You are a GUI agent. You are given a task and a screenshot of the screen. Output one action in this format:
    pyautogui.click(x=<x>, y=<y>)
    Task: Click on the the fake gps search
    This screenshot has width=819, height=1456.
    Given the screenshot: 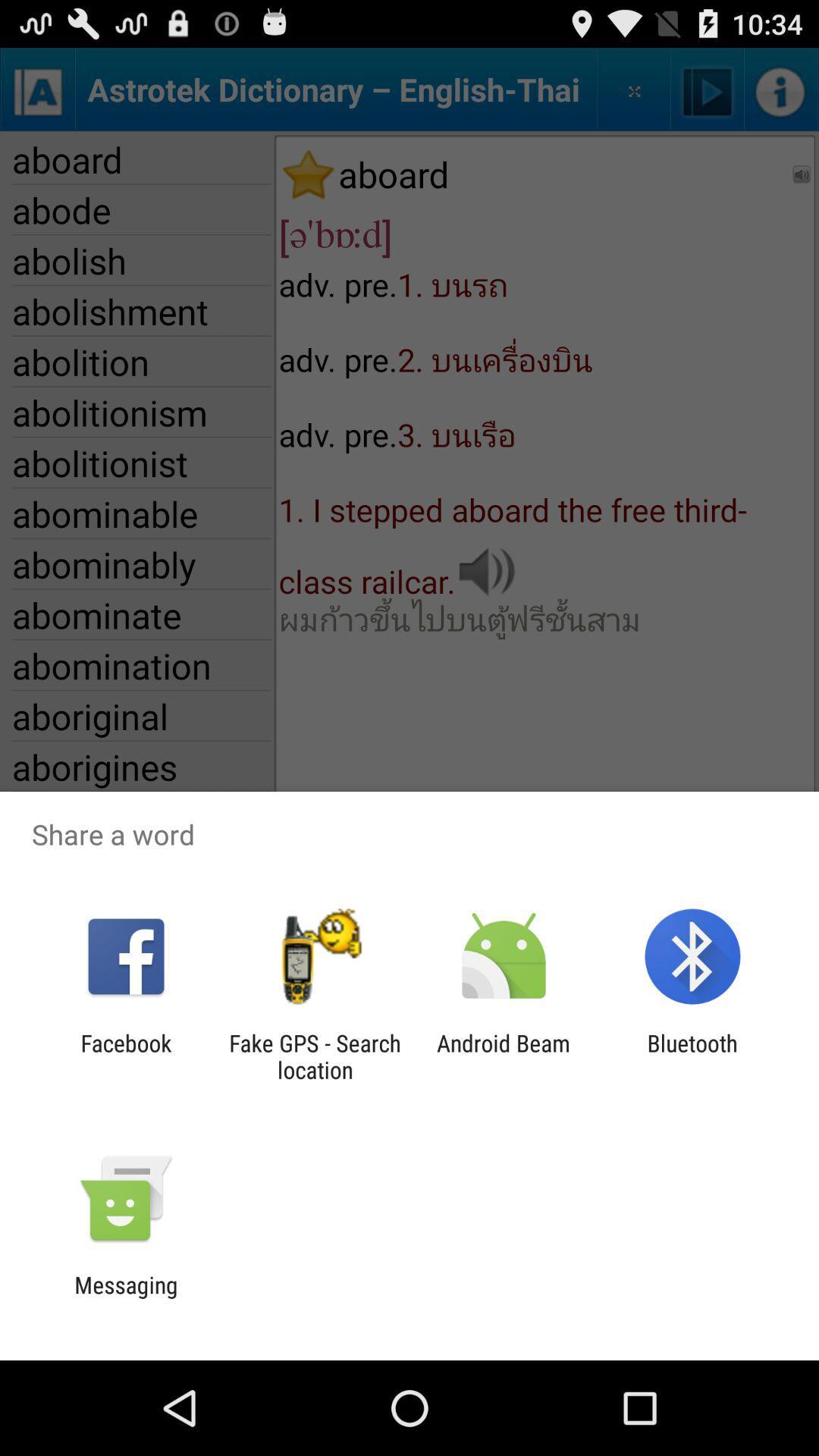 What is the action you would take?
    pyautogui.click(x=314, y=1056)
    